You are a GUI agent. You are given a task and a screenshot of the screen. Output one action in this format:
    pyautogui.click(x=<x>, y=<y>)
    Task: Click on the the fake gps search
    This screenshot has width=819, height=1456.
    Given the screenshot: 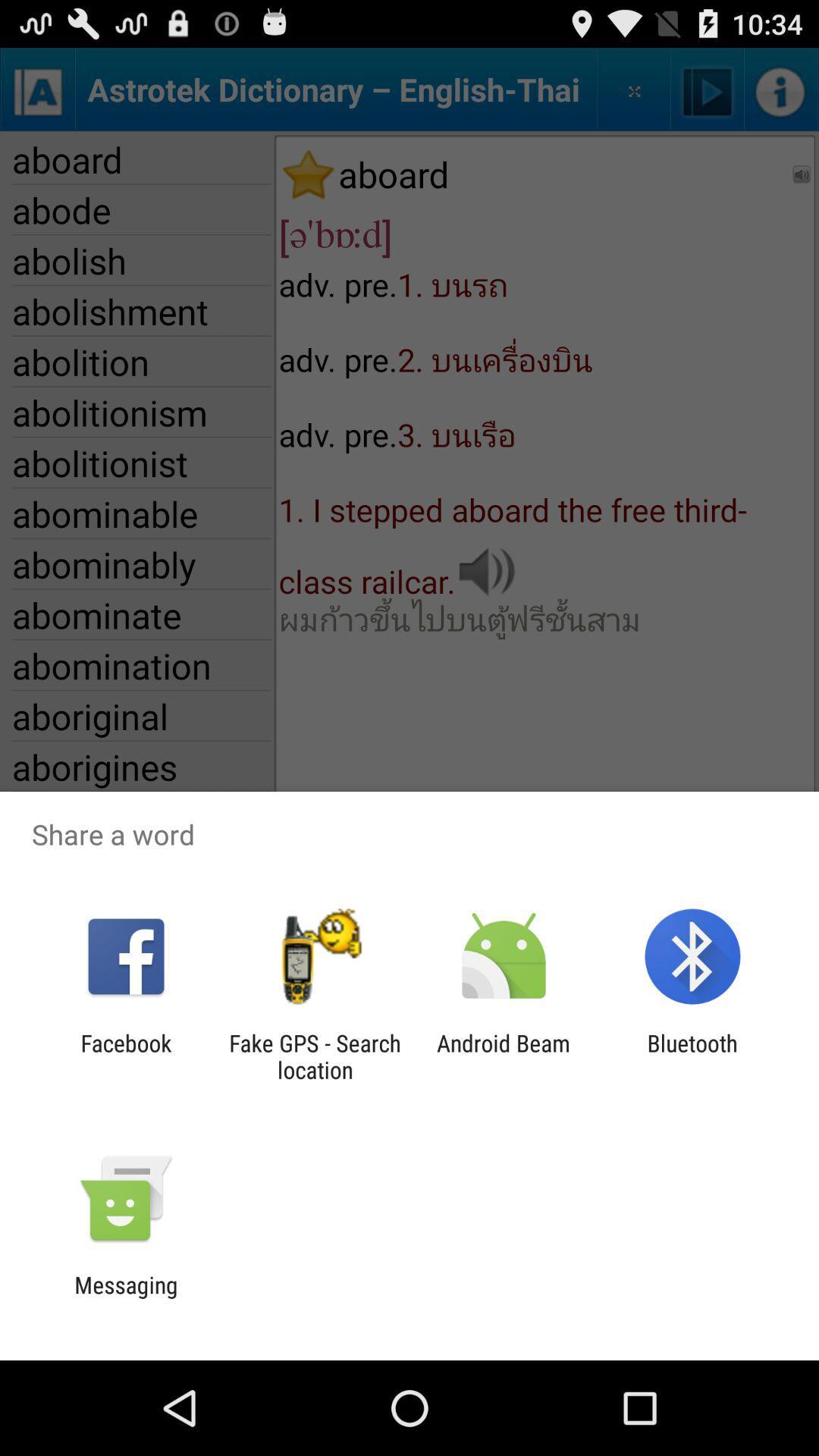 What is the action you would take?
    pyautogui.click(x=314, y=1056)
    